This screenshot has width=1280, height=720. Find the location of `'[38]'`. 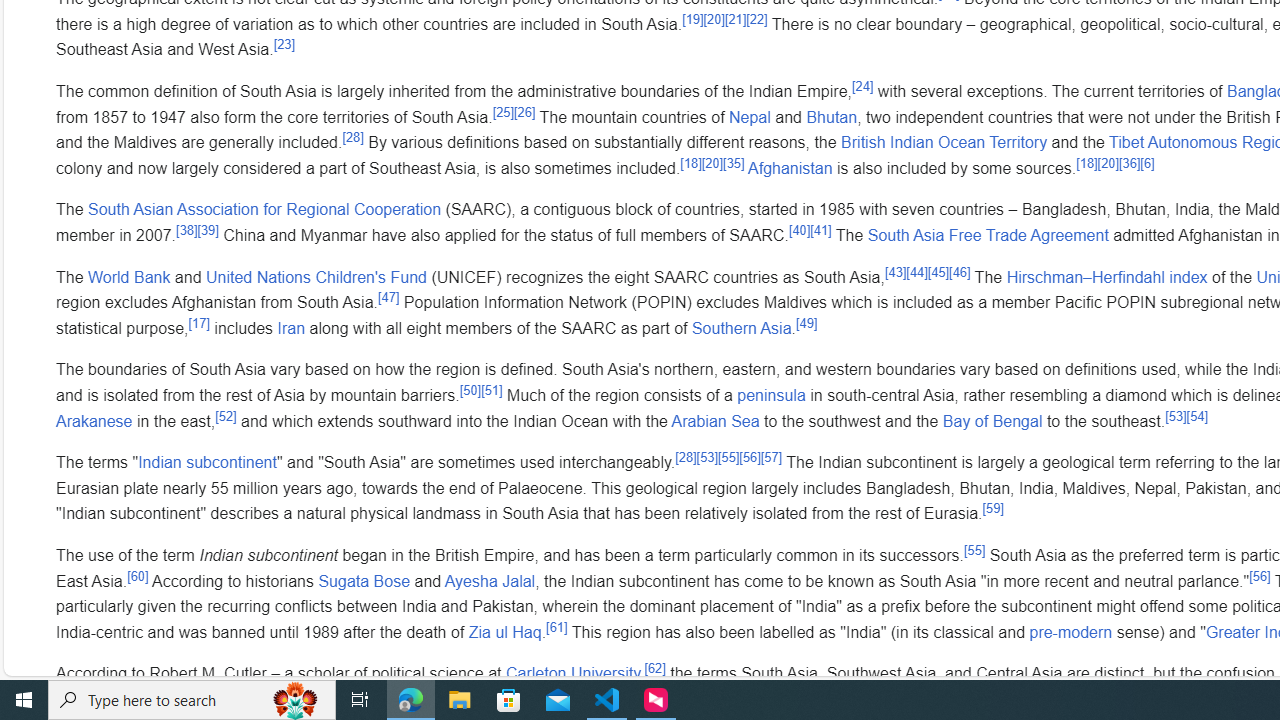

'[38]' is located at coordinates (187, 229).